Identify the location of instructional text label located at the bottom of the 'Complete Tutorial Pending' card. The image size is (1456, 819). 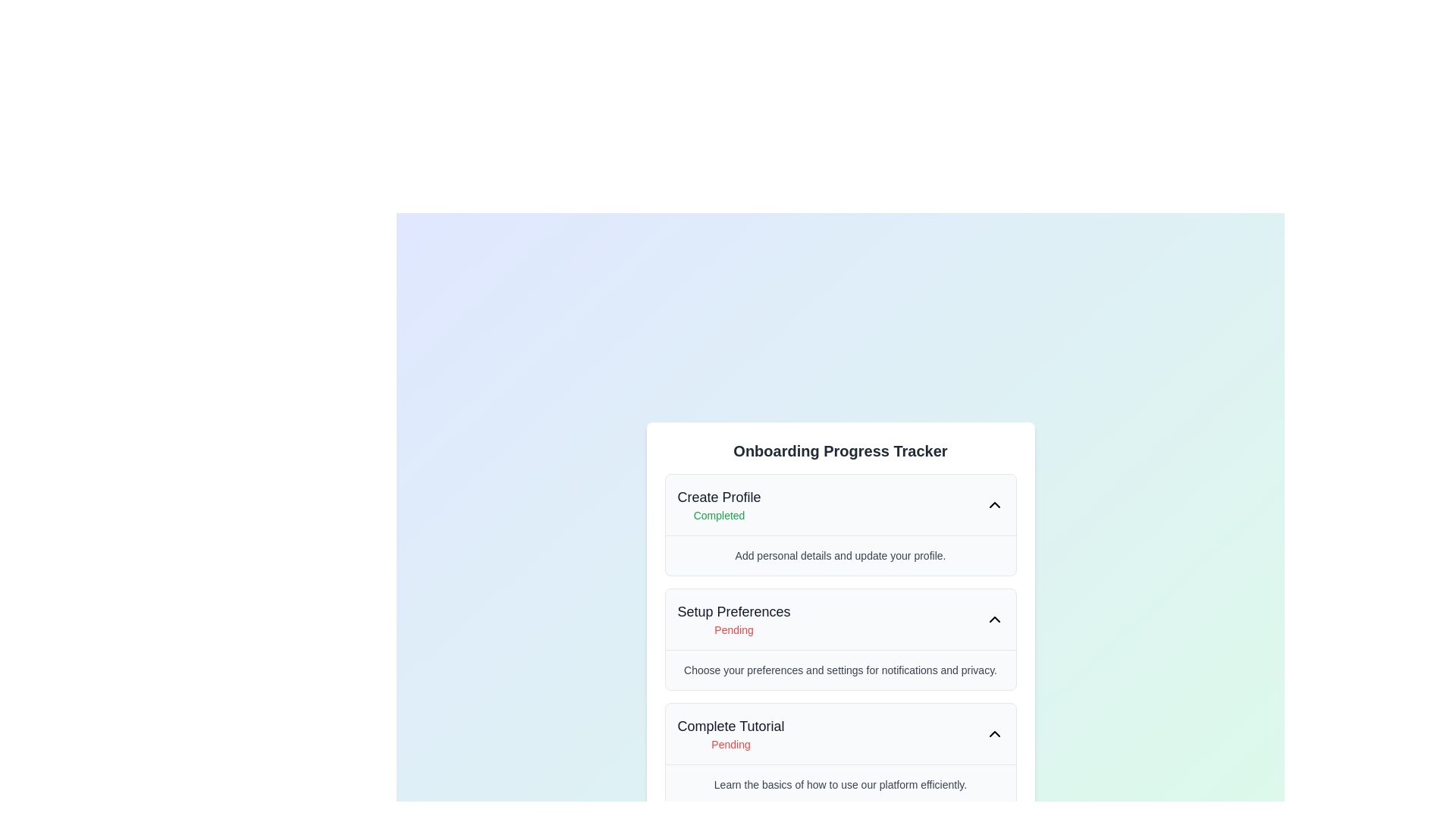
(839, 784).